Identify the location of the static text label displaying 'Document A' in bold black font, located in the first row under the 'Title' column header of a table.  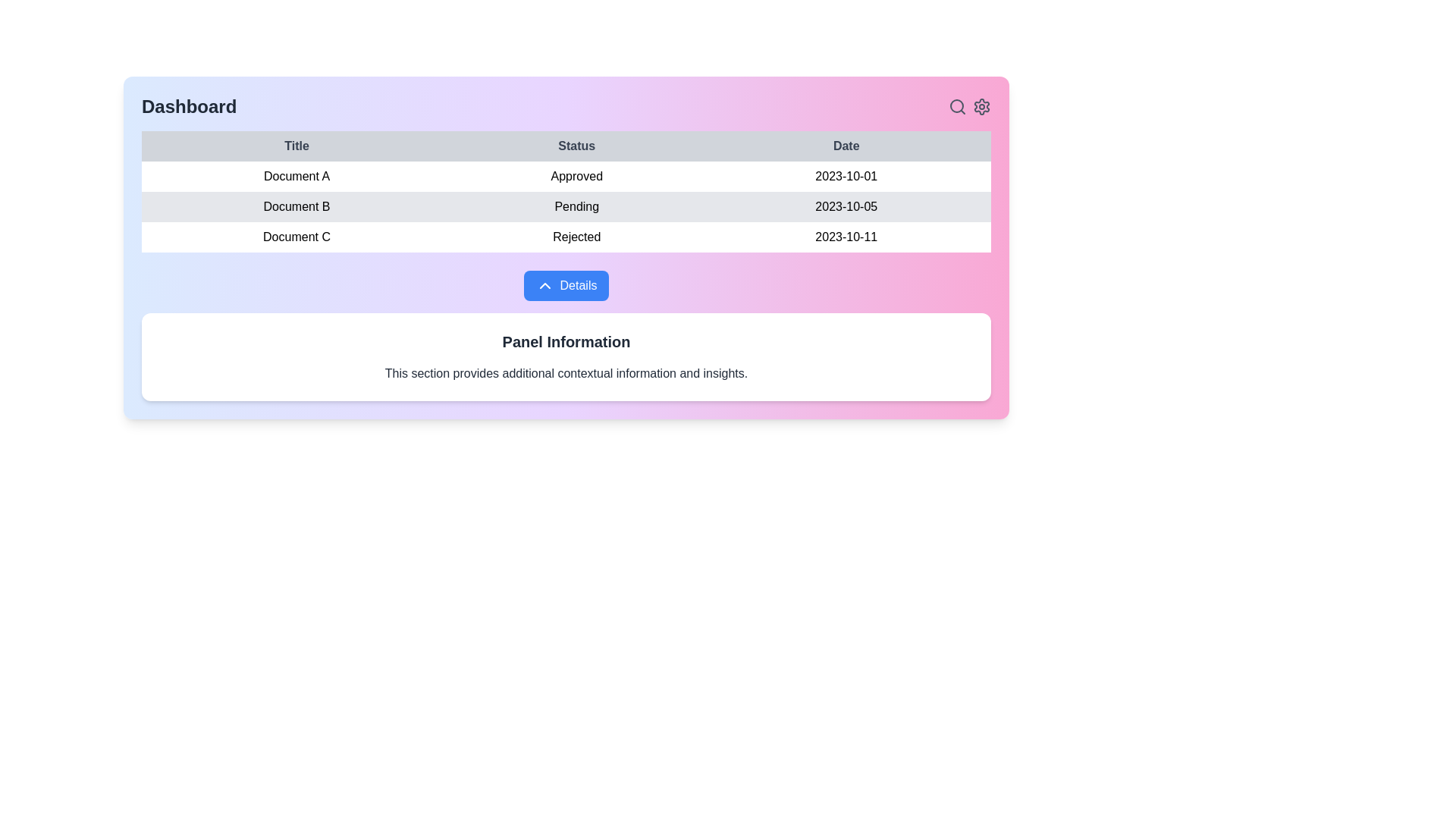
(297, 175).